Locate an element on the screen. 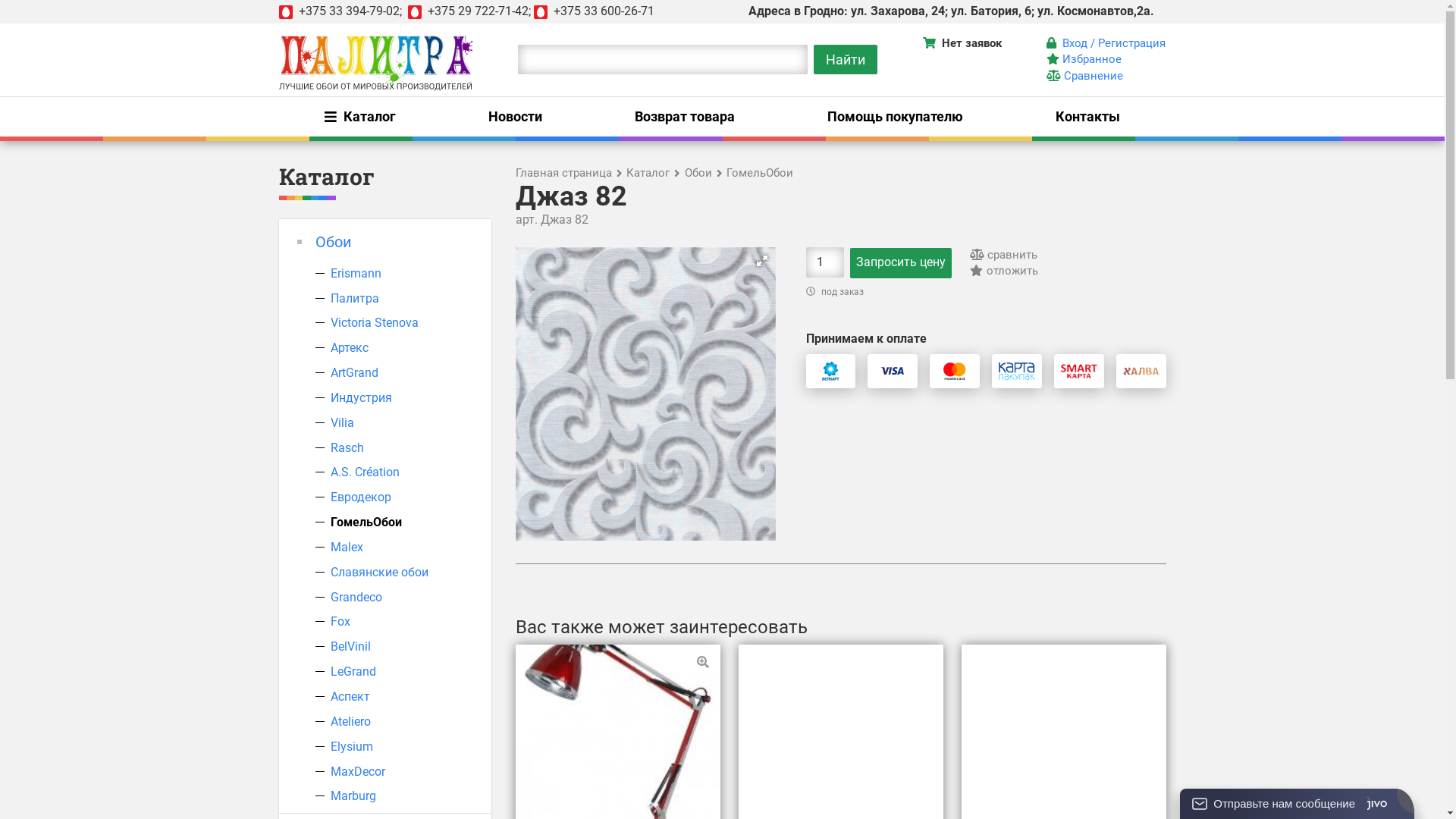 This screenshot has width=1456, height=819. 'Fox' is located at coordinates (340, 621).